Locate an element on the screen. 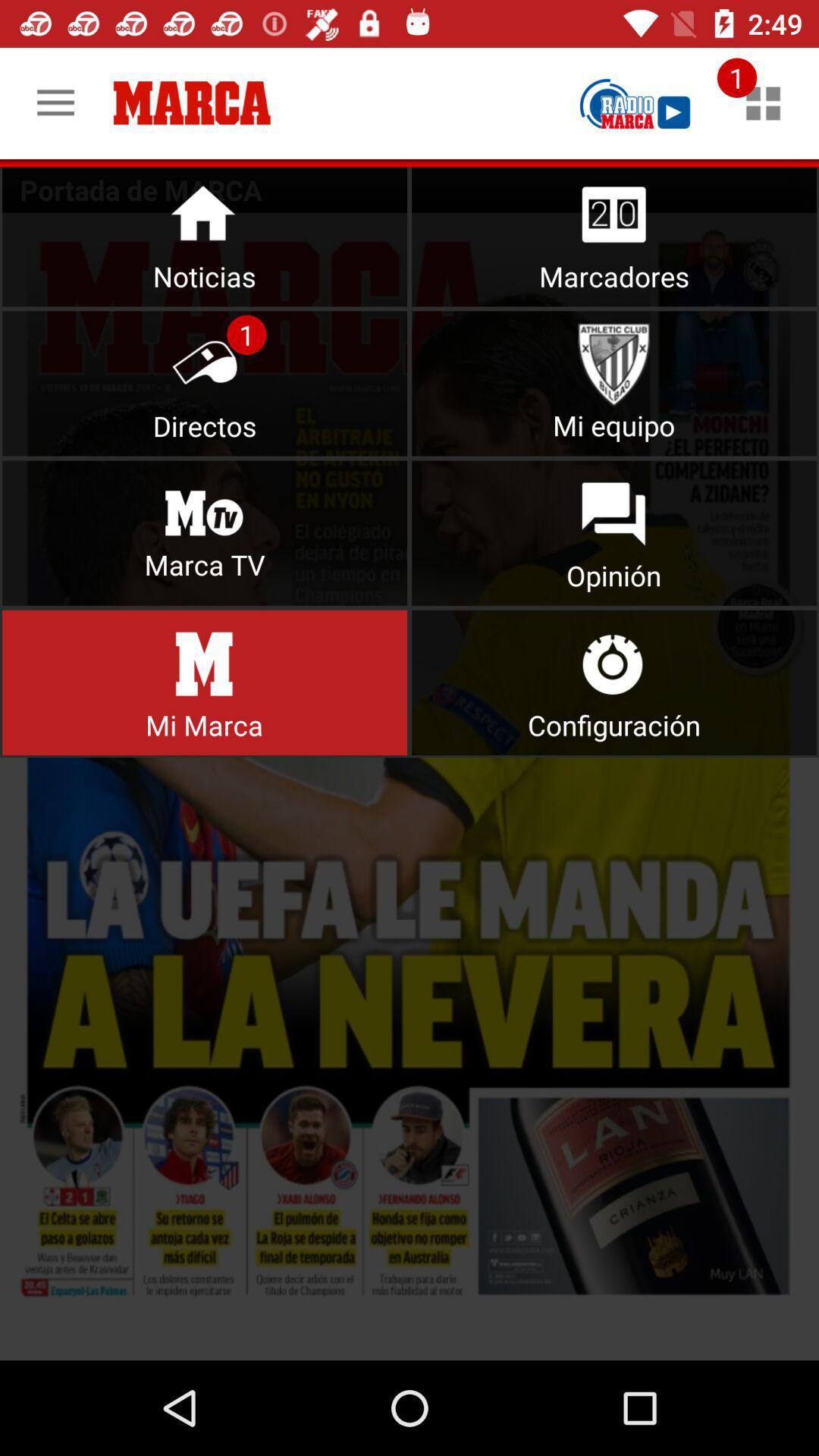 The image size is (819, 1456). directors is located at coordinates (205, 383).